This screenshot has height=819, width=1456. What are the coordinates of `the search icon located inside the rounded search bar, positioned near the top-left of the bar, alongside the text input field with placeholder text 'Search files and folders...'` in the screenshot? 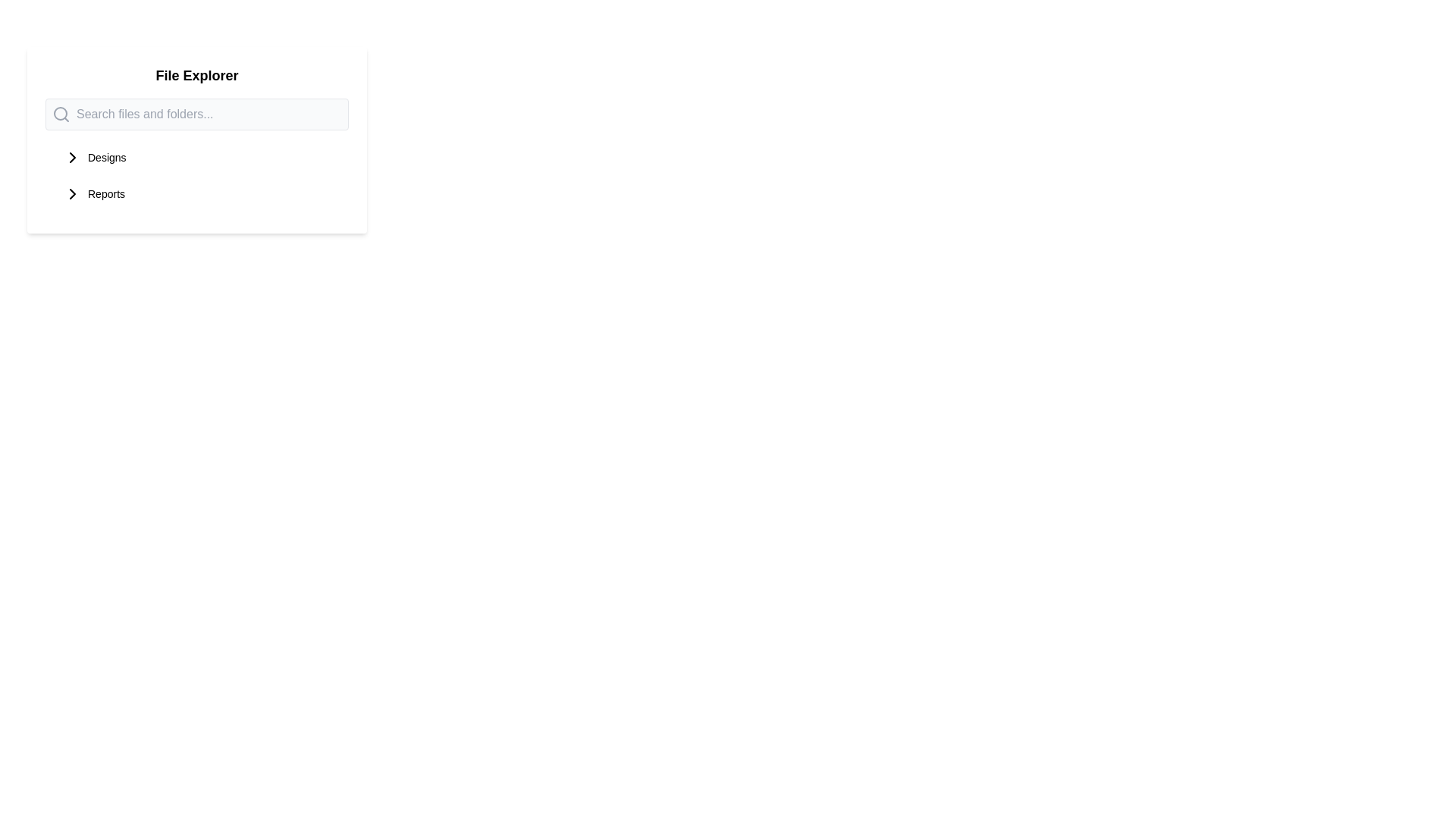 It's located at (61, 113).